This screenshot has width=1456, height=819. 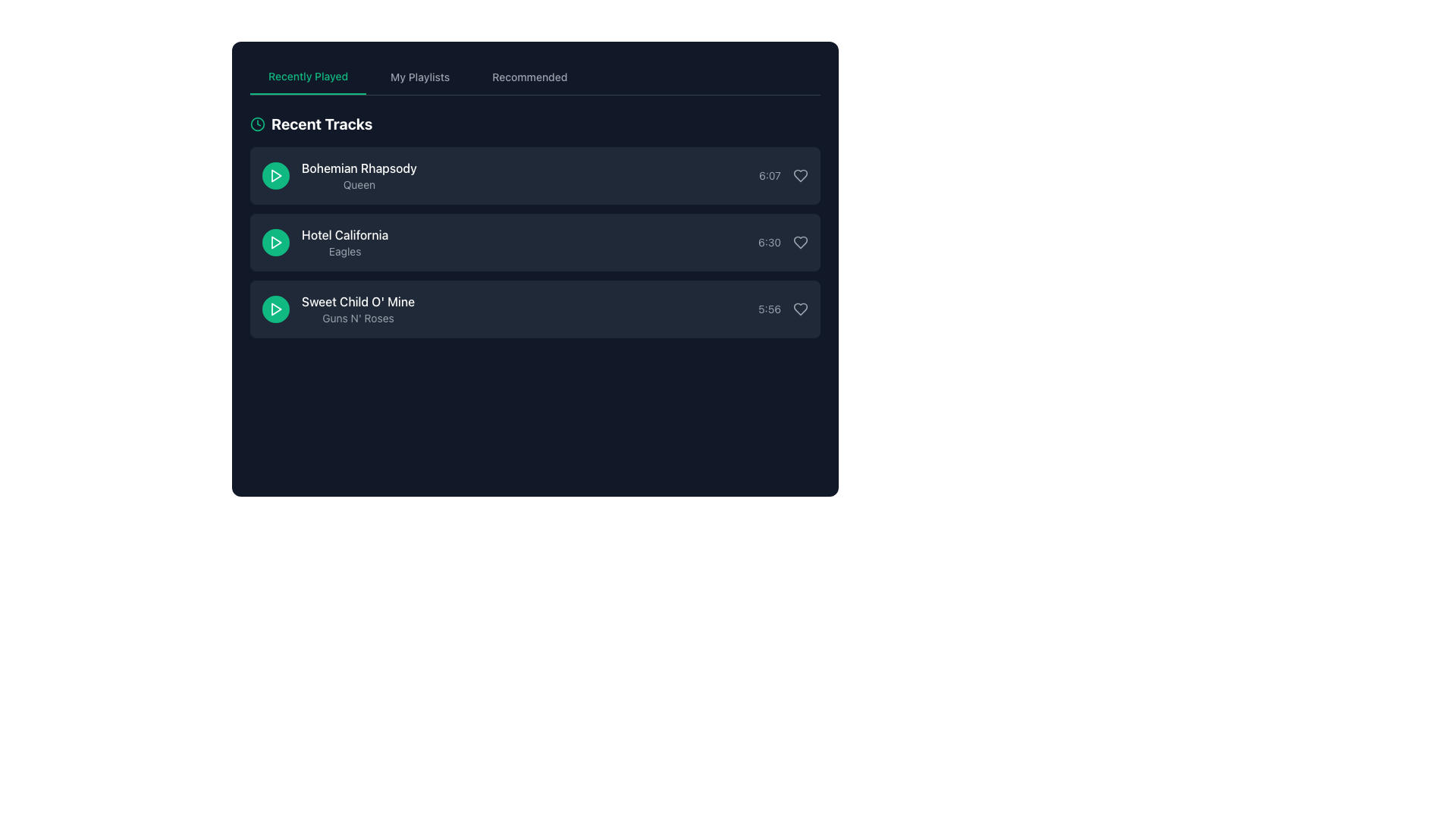 I want to click on song title and artist displayed in the text block located at the bottom of the 'Recent Tracks' section, which is the third item in the list, so click(x=357, y=309).